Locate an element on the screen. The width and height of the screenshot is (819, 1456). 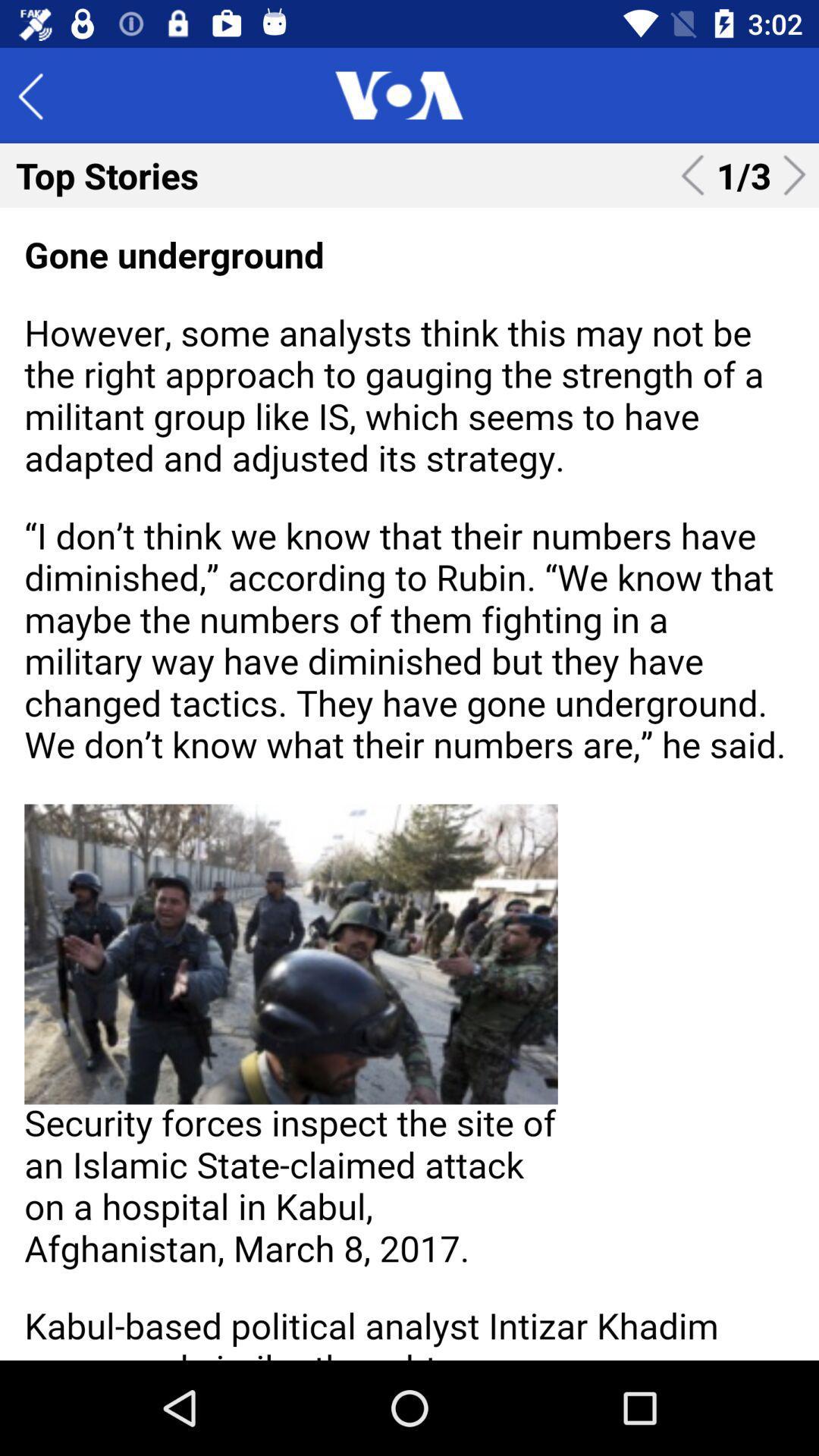
go back is located at coordinates (41, 94).